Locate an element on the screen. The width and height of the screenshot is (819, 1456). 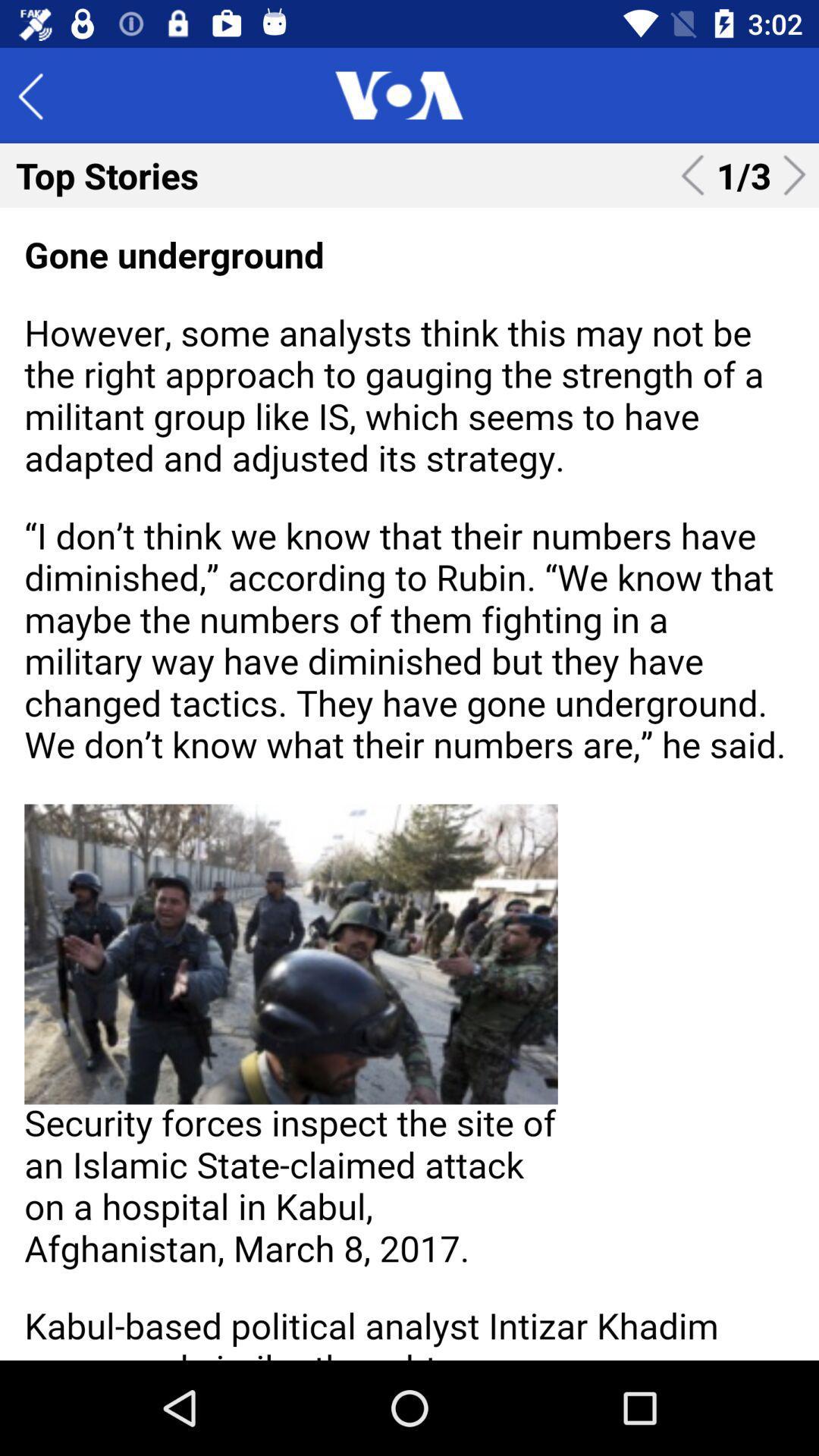
go back is located at coordinates (41, 94).